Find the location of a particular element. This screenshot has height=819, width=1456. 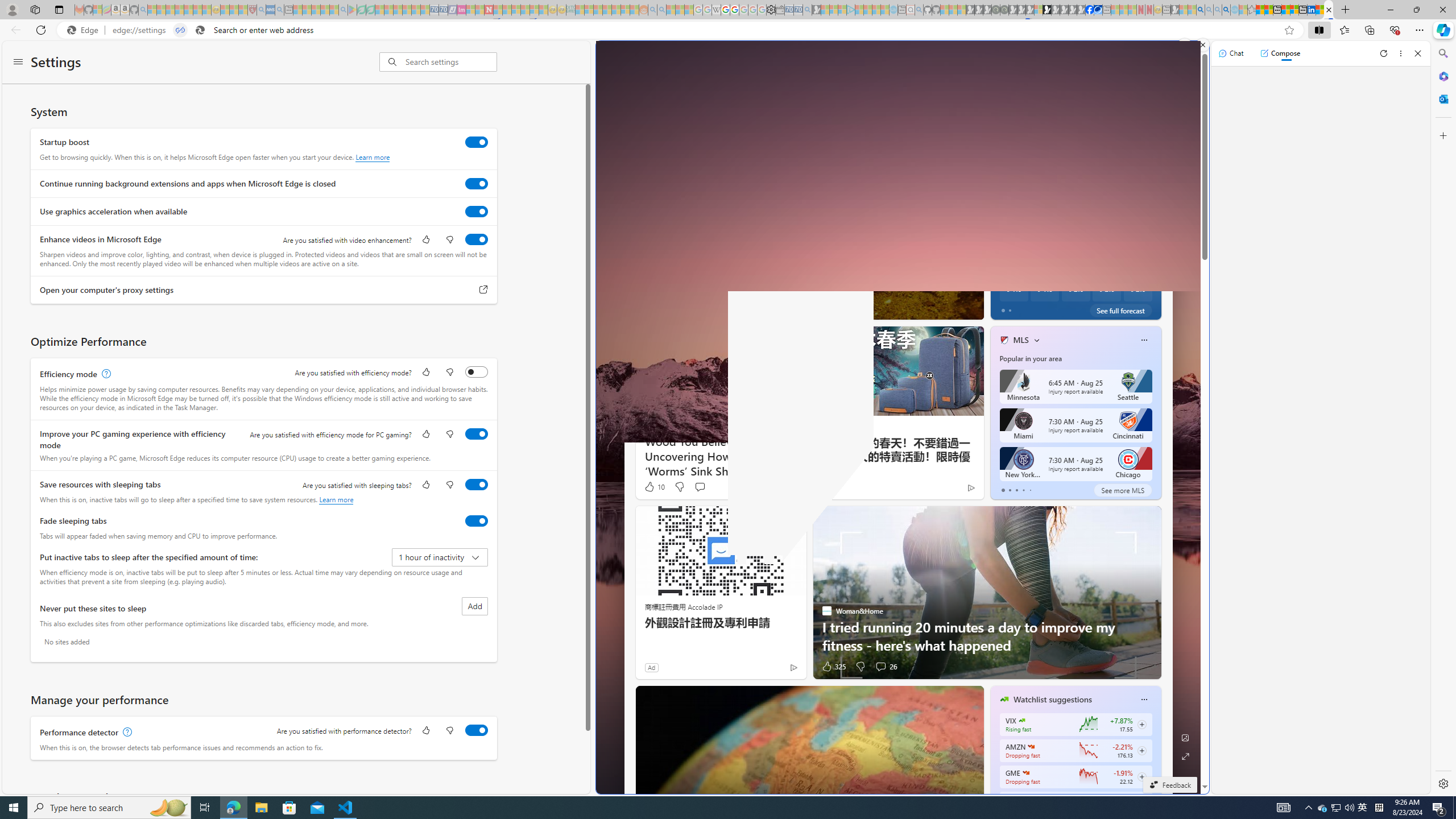

'See full forecast' is located at coordinates (1119, 310).